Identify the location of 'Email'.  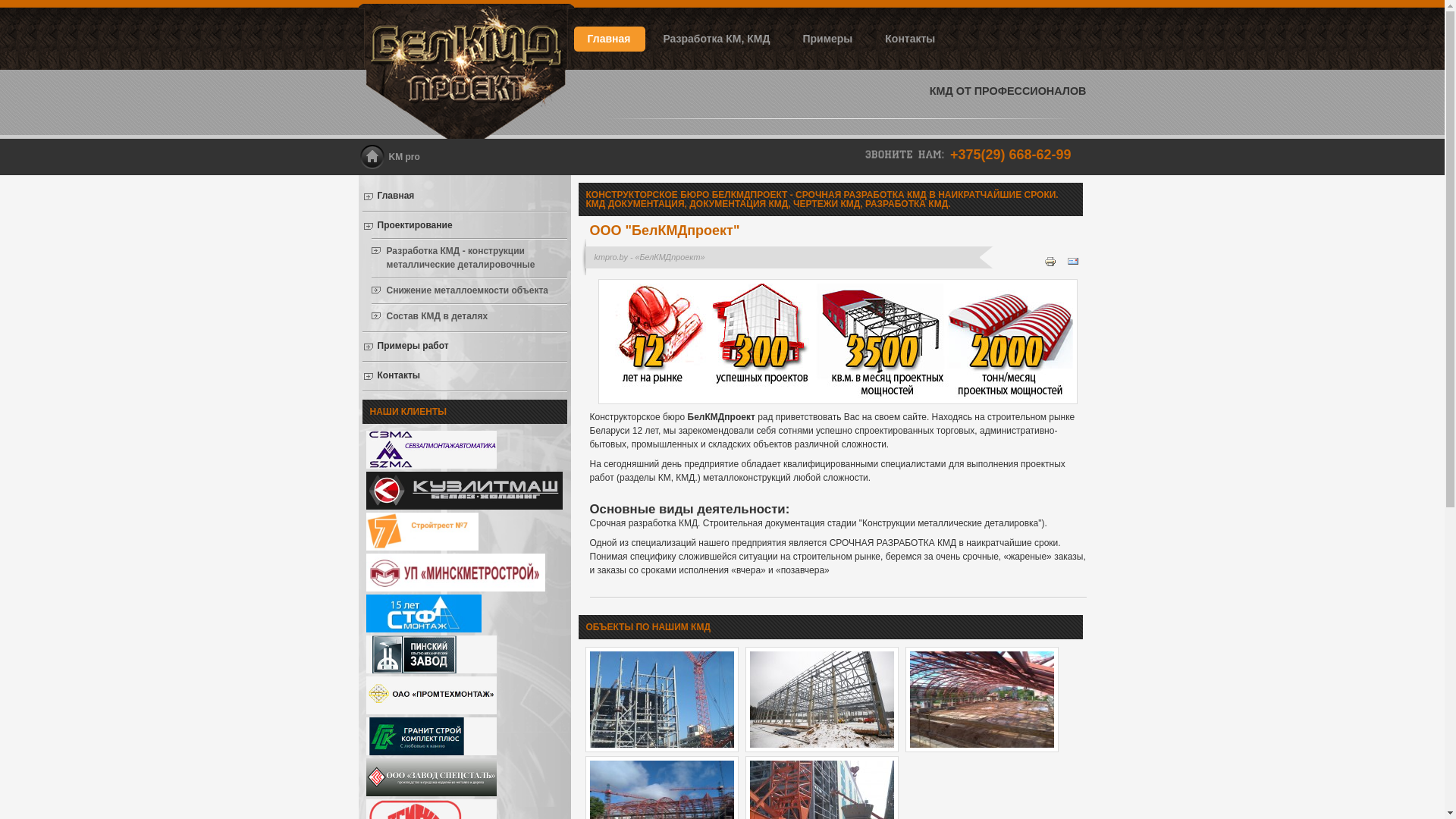
(1075, 263).